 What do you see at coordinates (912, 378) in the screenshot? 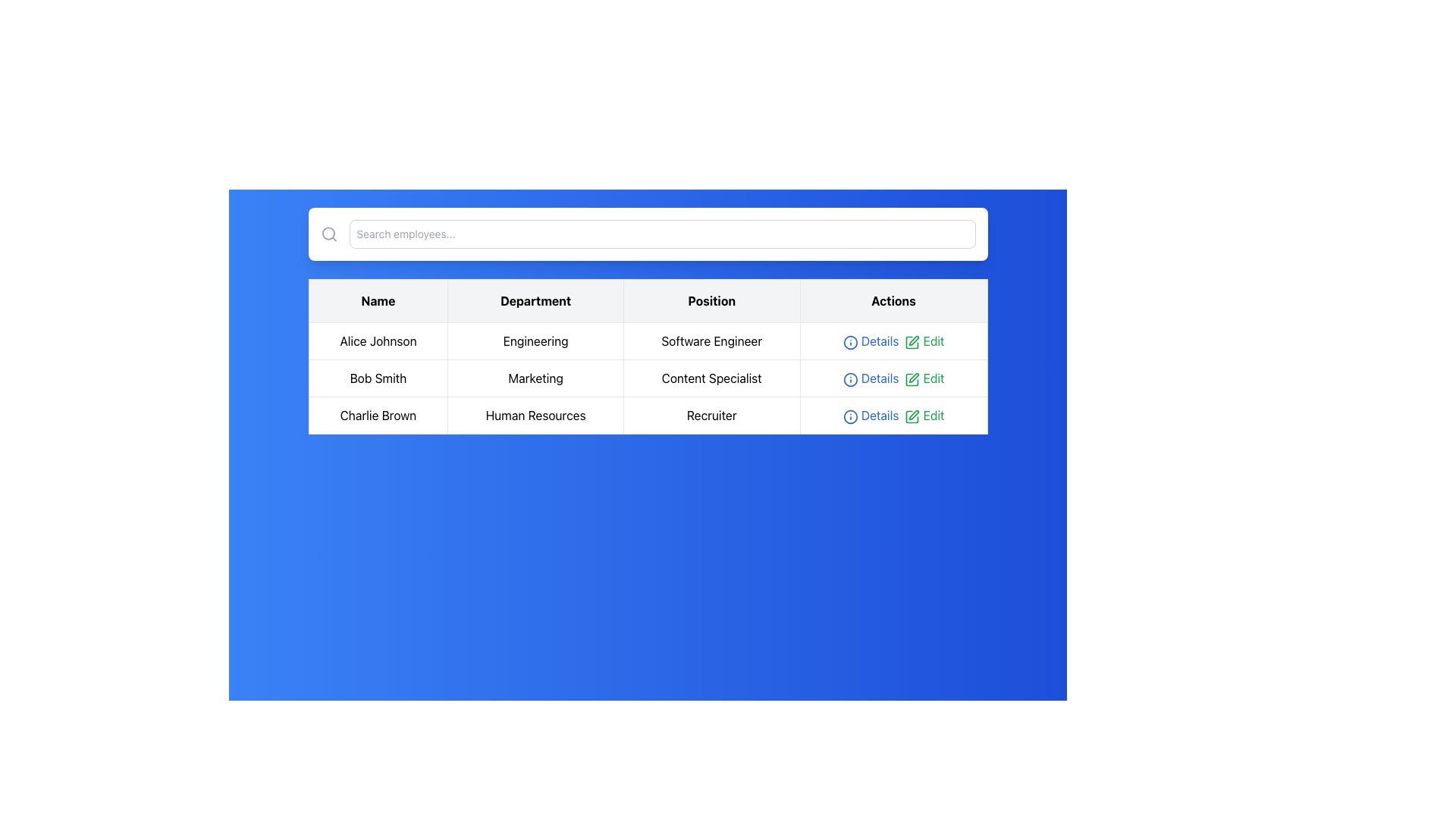
I see `the edit icon button in the 'Actions' column of the table for the row associated with 'Bob Smith', labeled 'Content Specialist'` at bounding box center [912, 378].